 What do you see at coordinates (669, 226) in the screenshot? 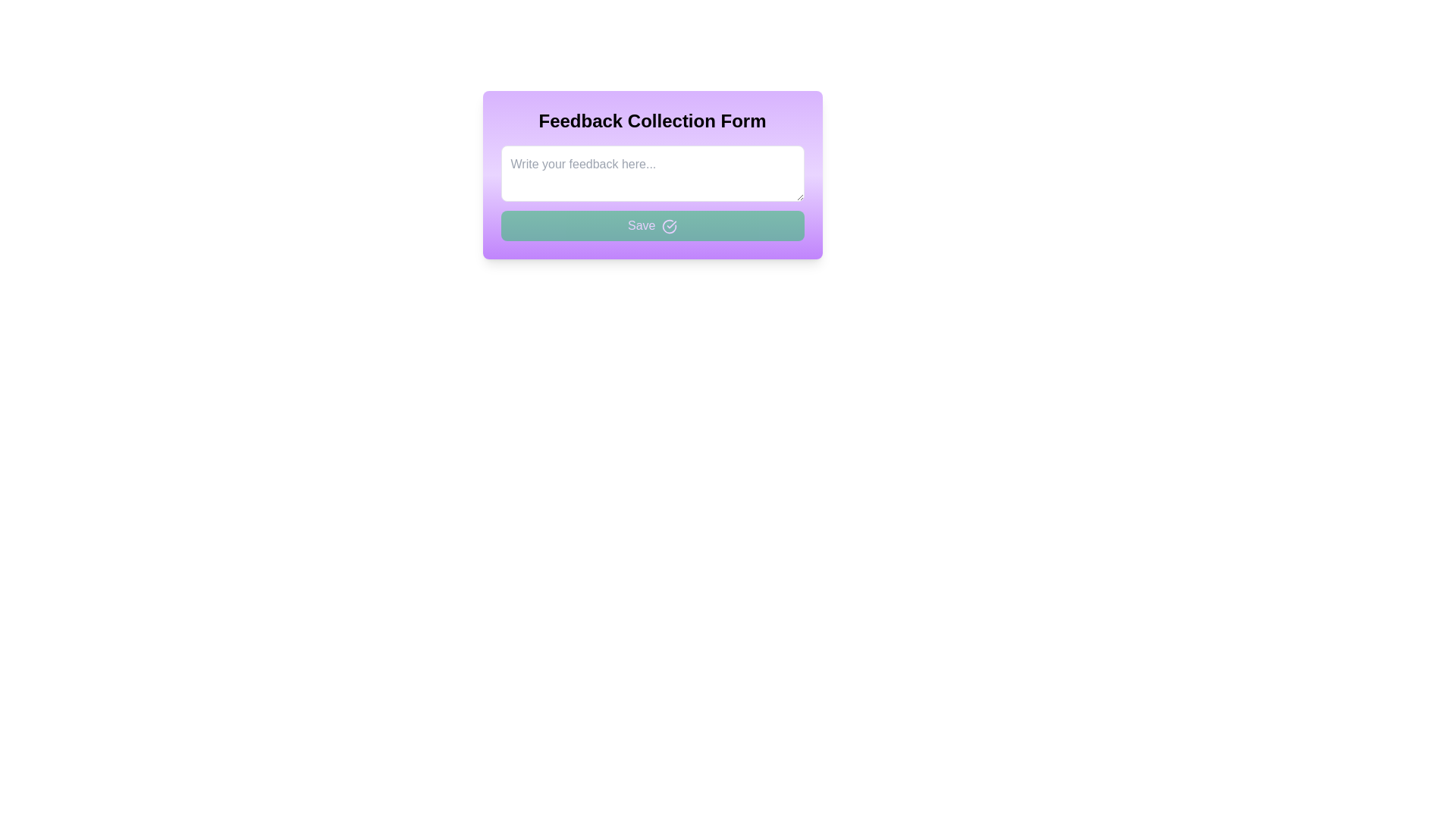
I see `the Circular check icon located to the right of the 'Save' button, which indicates completion or confirmation` at bounding box center [669, 226].